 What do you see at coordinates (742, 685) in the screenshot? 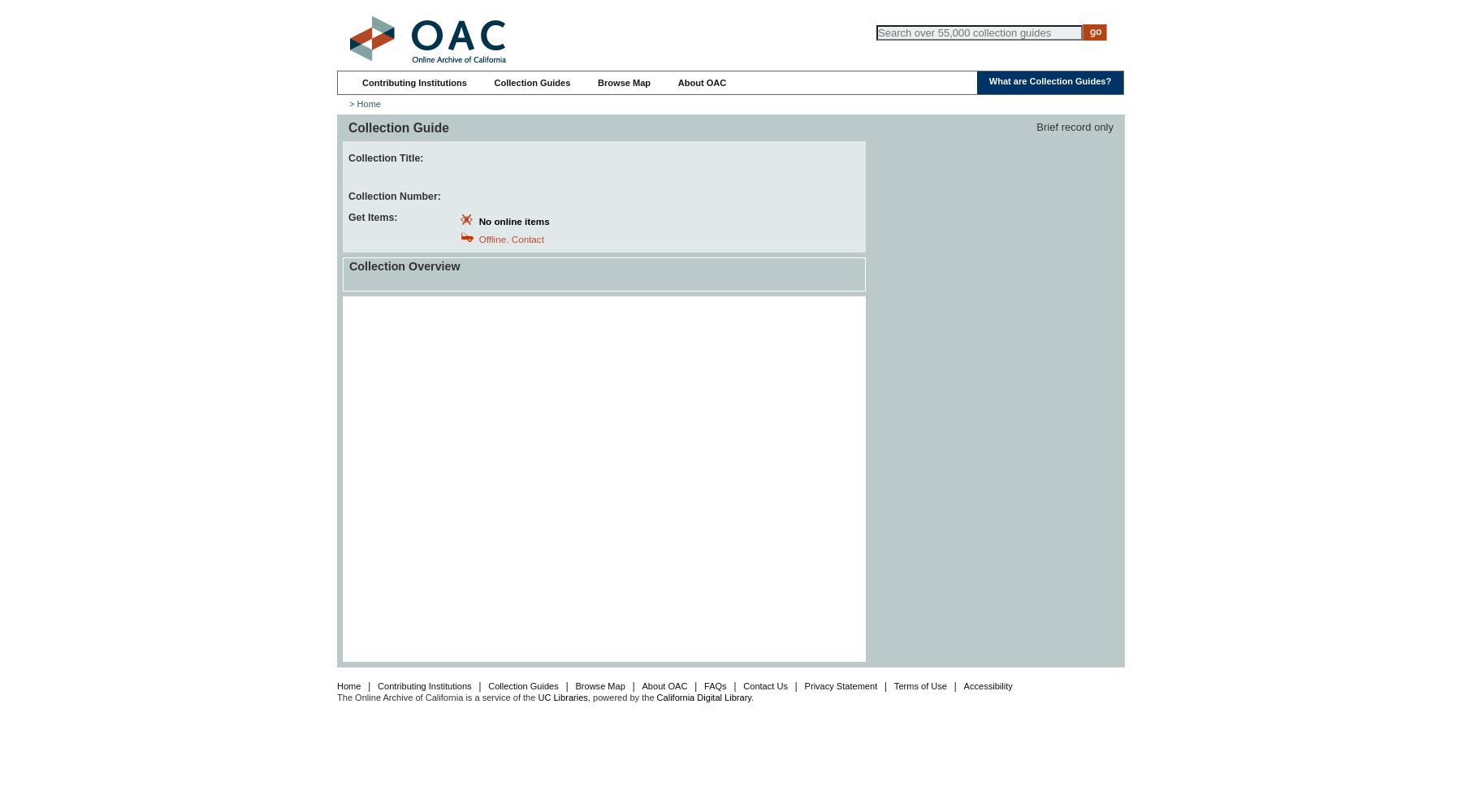
I see `'Contact Us'` at bounding box center [742, 685].